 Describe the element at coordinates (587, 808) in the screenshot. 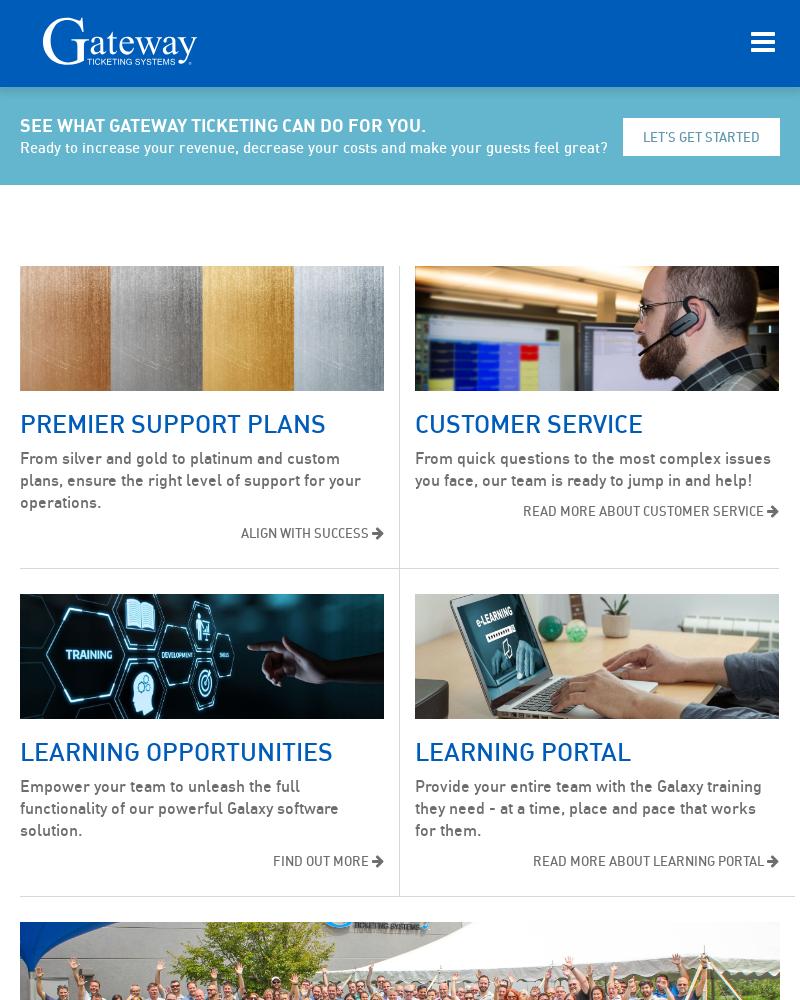

I see `'Provide your entire team with the Galaxy training they need - at a time, place and pace that works for them.'` at that location.